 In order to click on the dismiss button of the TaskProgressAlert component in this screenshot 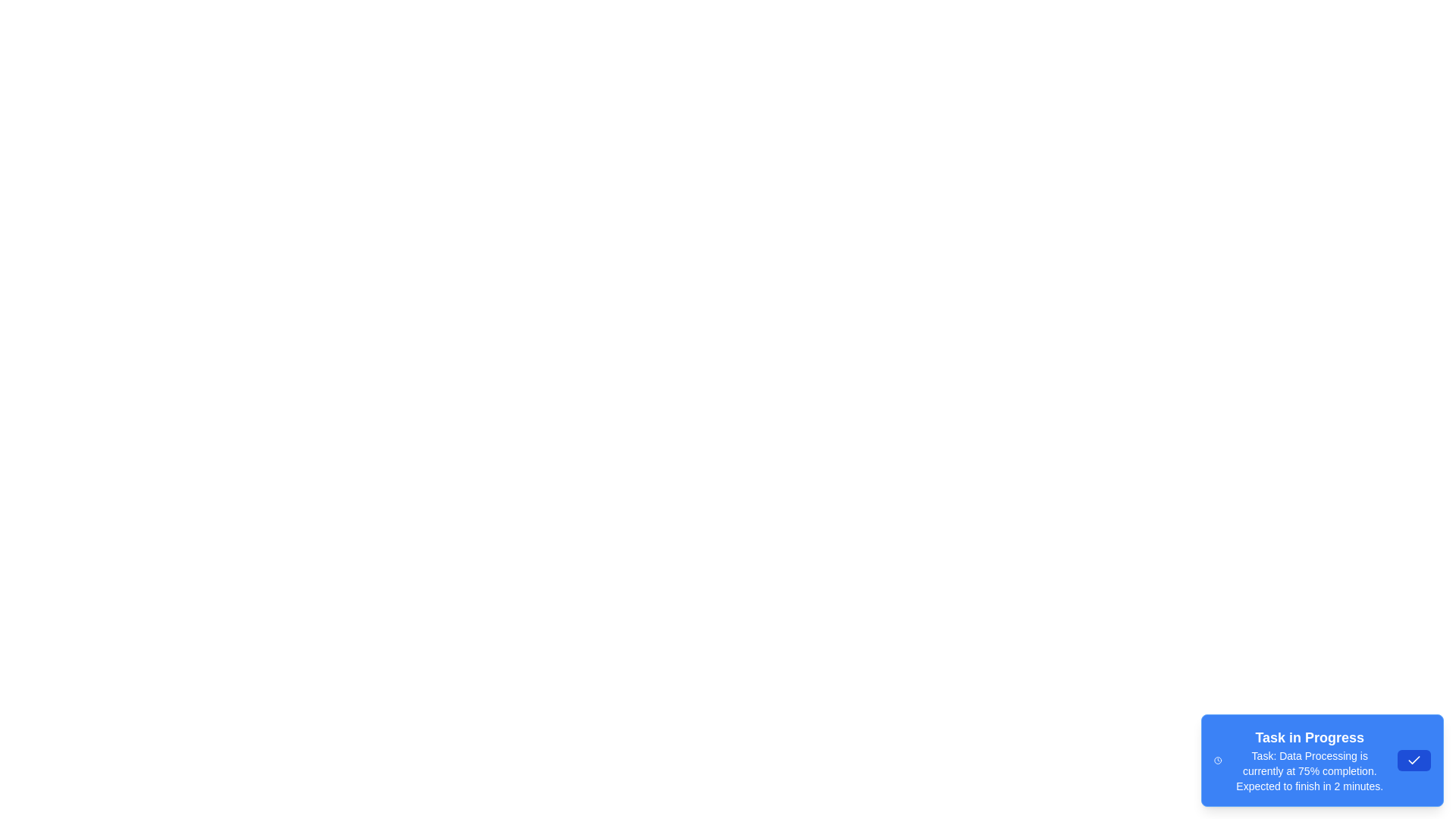, I will do `click(1414, 760)`.